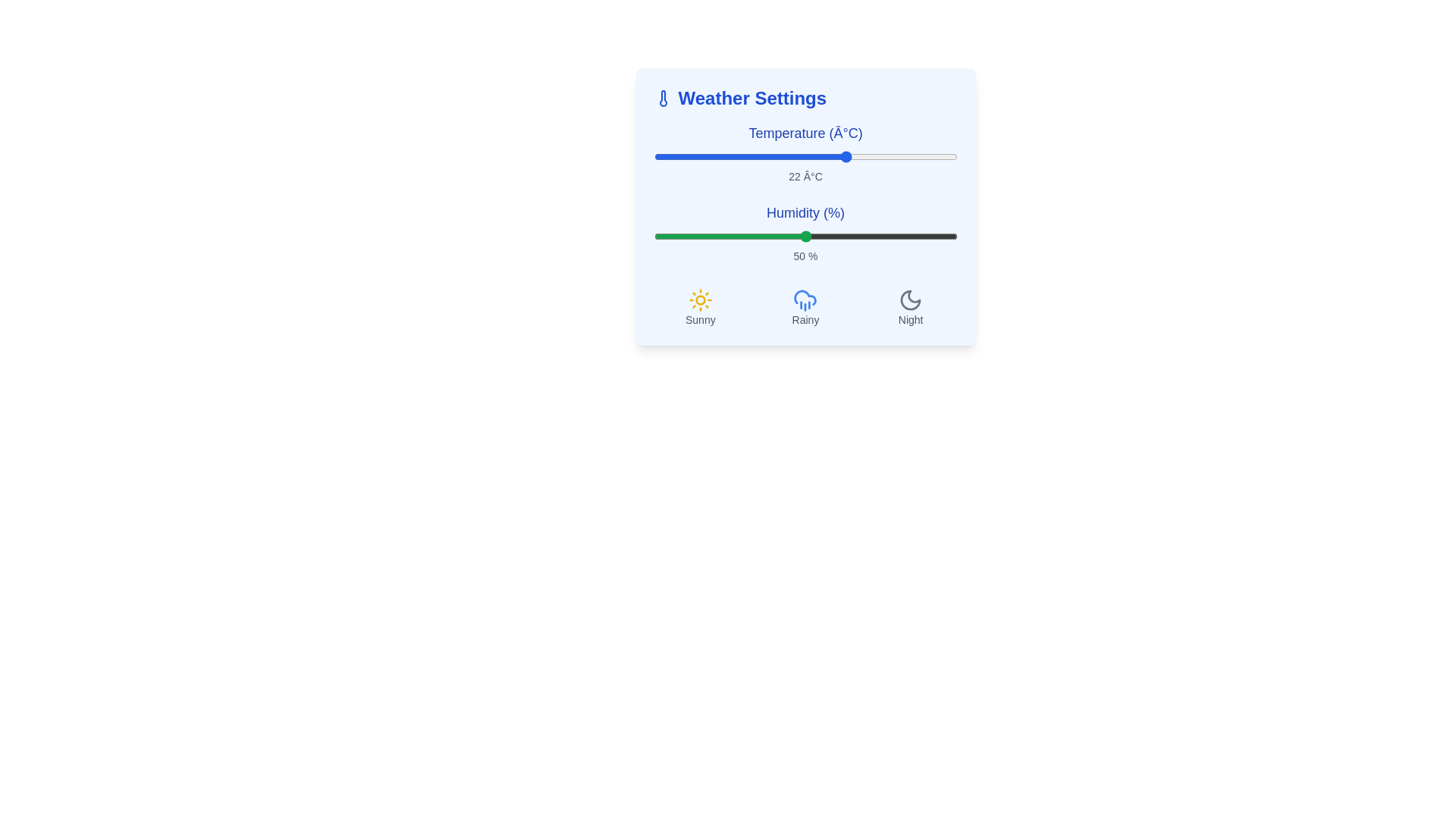  What do you see at coordinates (787, 157) in the screenshot?
I see `the temperature` at bounding box center [787, 157].